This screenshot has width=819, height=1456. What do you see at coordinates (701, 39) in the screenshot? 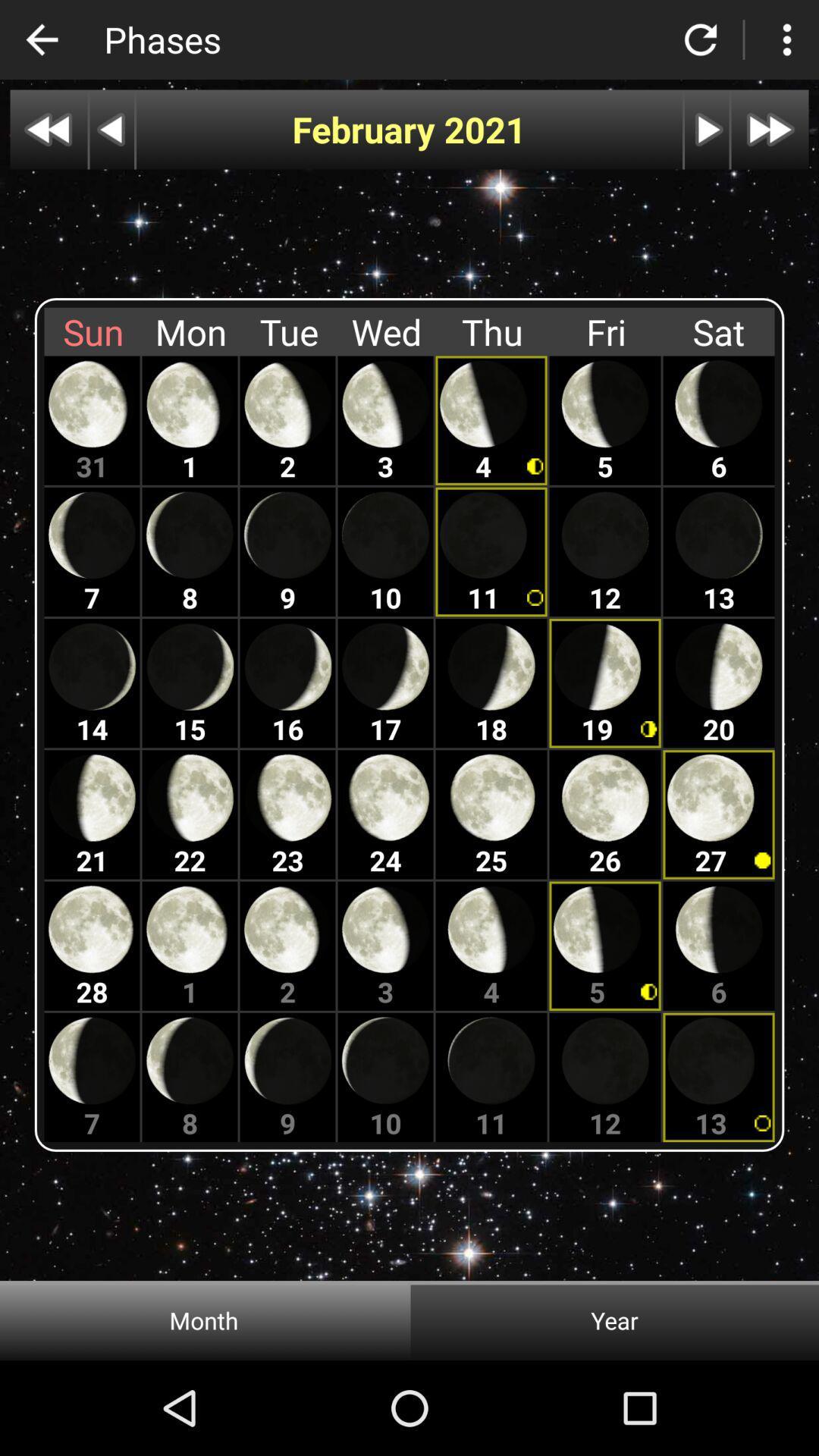
I see `reload option` at bounding box center [701, 39].